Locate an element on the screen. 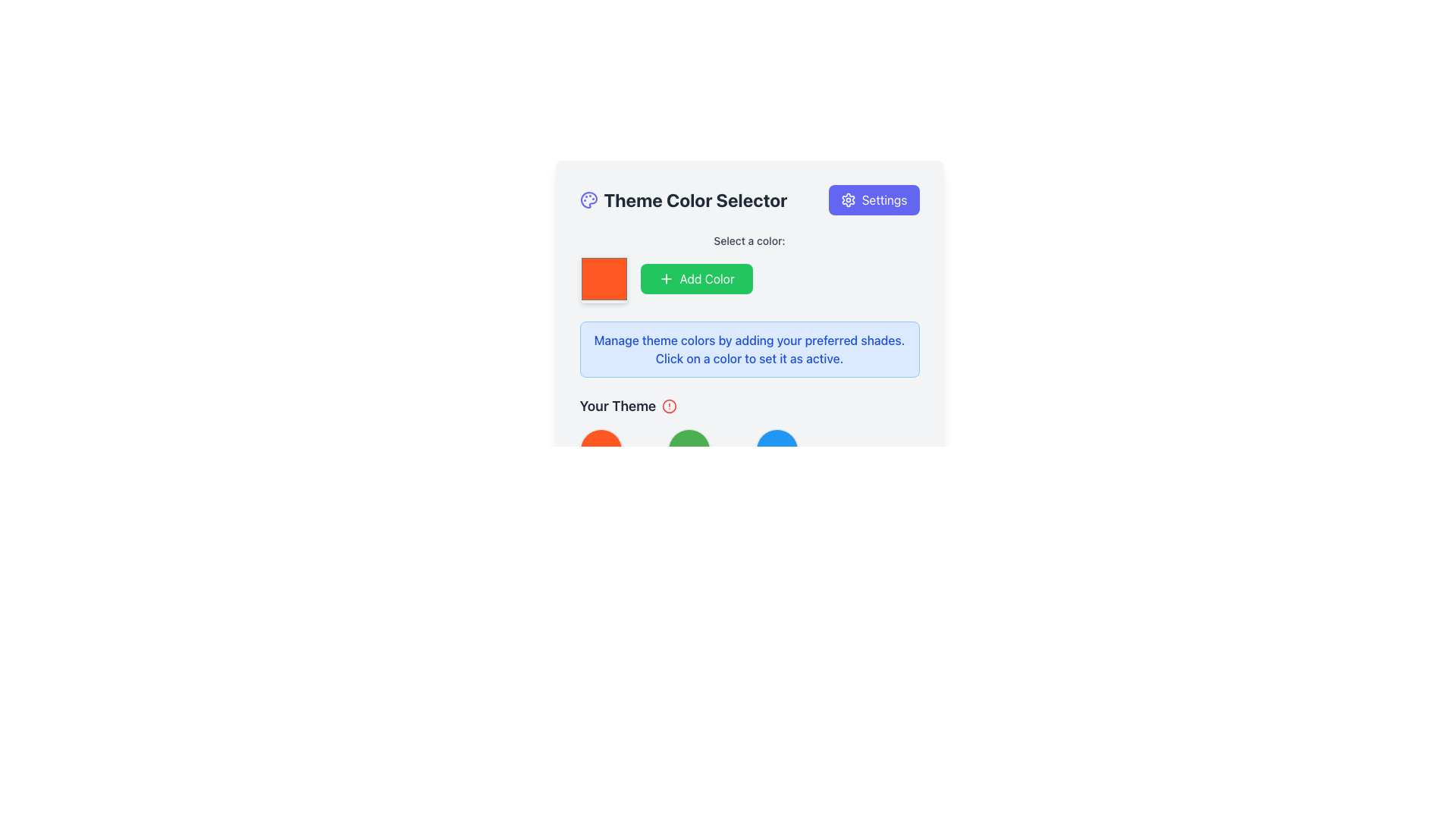 This screenshot has height=819, width=1456. the first circular color selection button for orange in the theme customization interface, located directly under the 'Your Theme' label is located at coordinates (600, 450).